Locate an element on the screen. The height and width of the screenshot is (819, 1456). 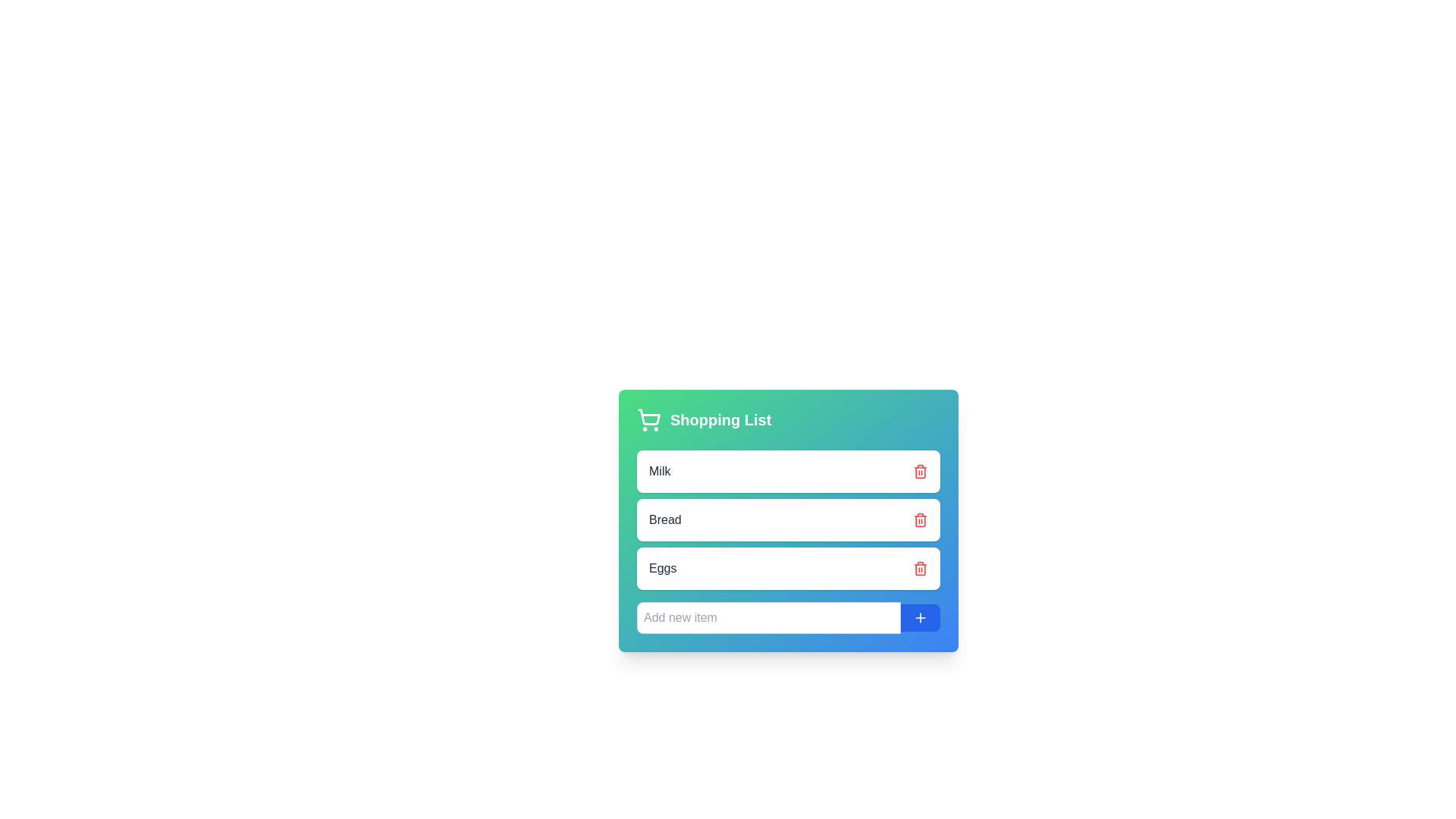
the informational label indicating the name of the first item in the shopping list, located on the left side of the first row in a card layout beneath the 'Shopping List' header is located at coordinates (660, 470).